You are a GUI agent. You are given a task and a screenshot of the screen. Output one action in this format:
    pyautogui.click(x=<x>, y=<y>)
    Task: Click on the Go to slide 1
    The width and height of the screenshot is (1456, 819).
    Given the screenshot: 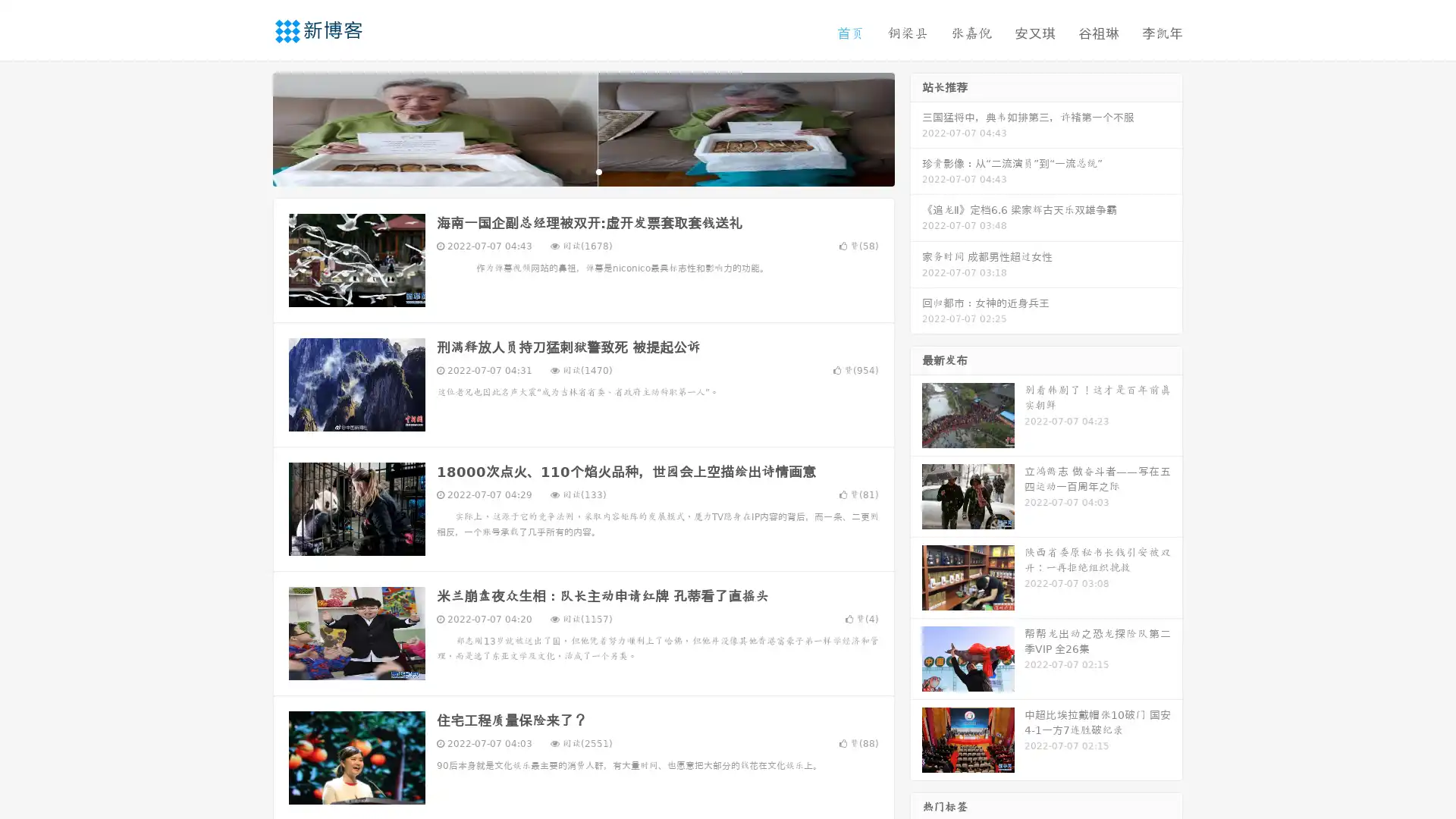 What is the action you would take?
    pyautogui.click(x=567, y=171)
    